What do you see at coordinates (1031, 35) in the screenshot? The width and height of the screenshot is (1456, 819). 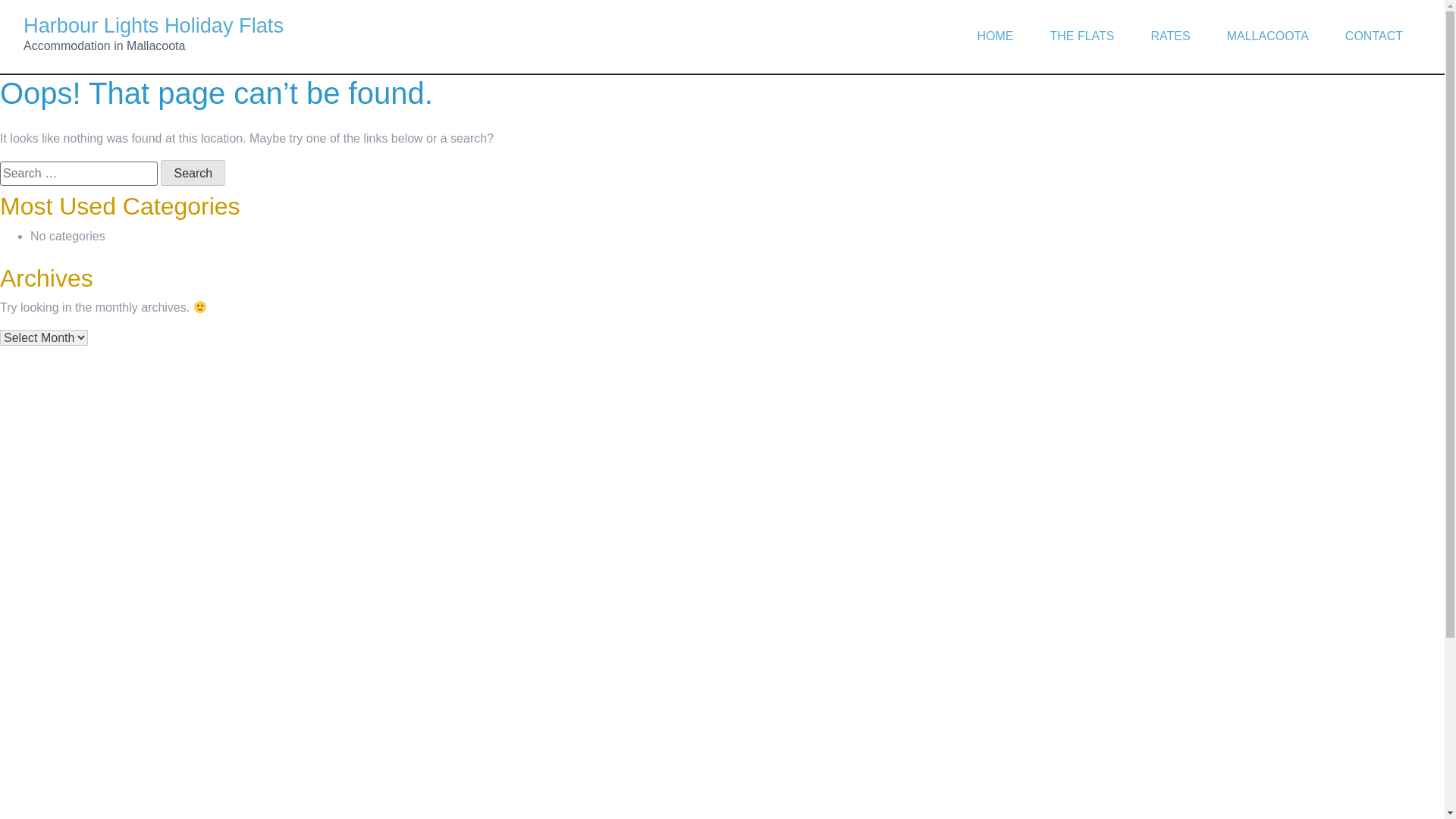 I see `'THE FLATS'` at bounding box center [1031, 35].